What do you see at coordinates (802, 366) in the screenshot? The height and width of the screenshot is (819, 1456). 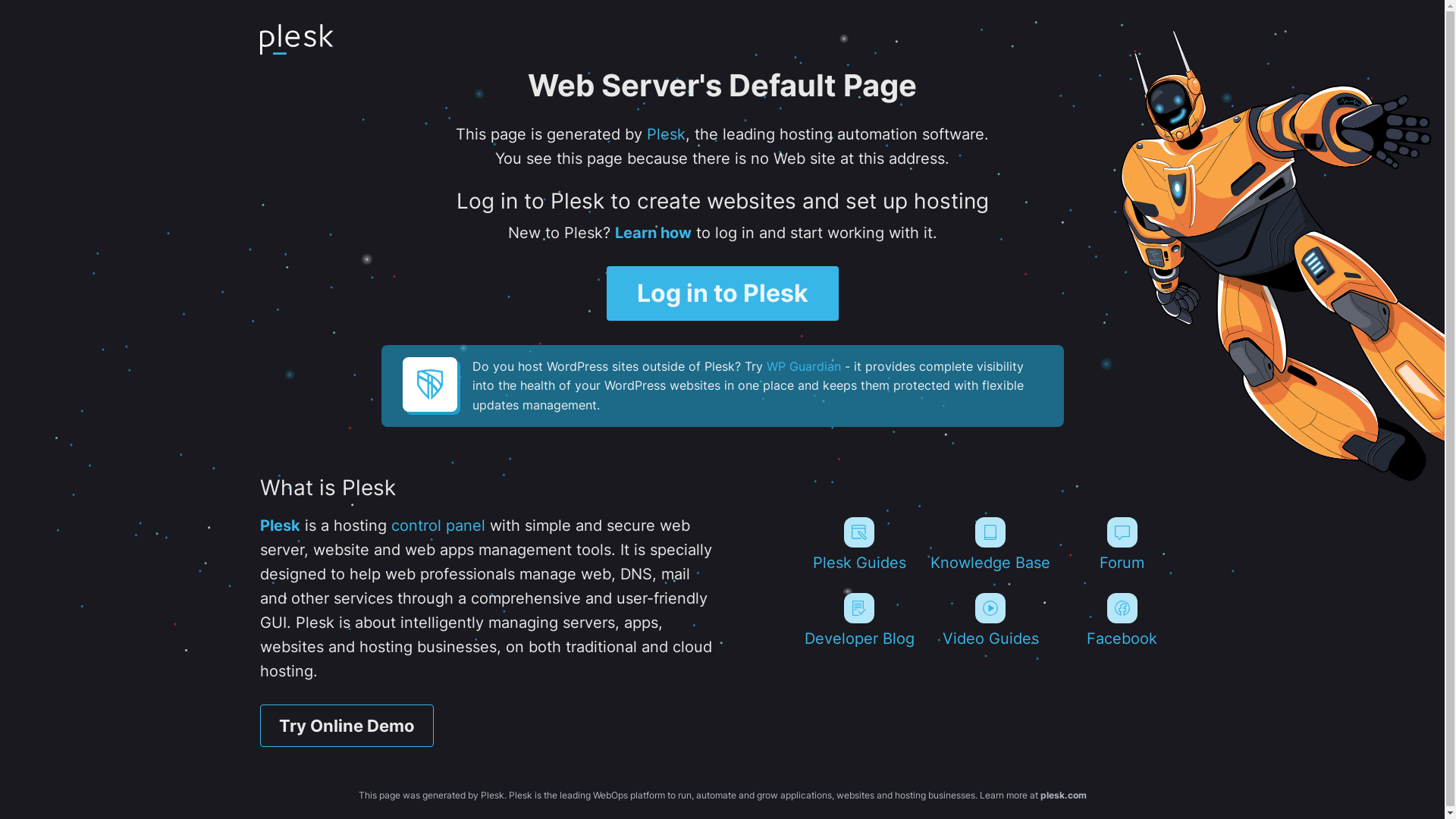 I see `'WP Guardian'` at bounding box center [802, 366].